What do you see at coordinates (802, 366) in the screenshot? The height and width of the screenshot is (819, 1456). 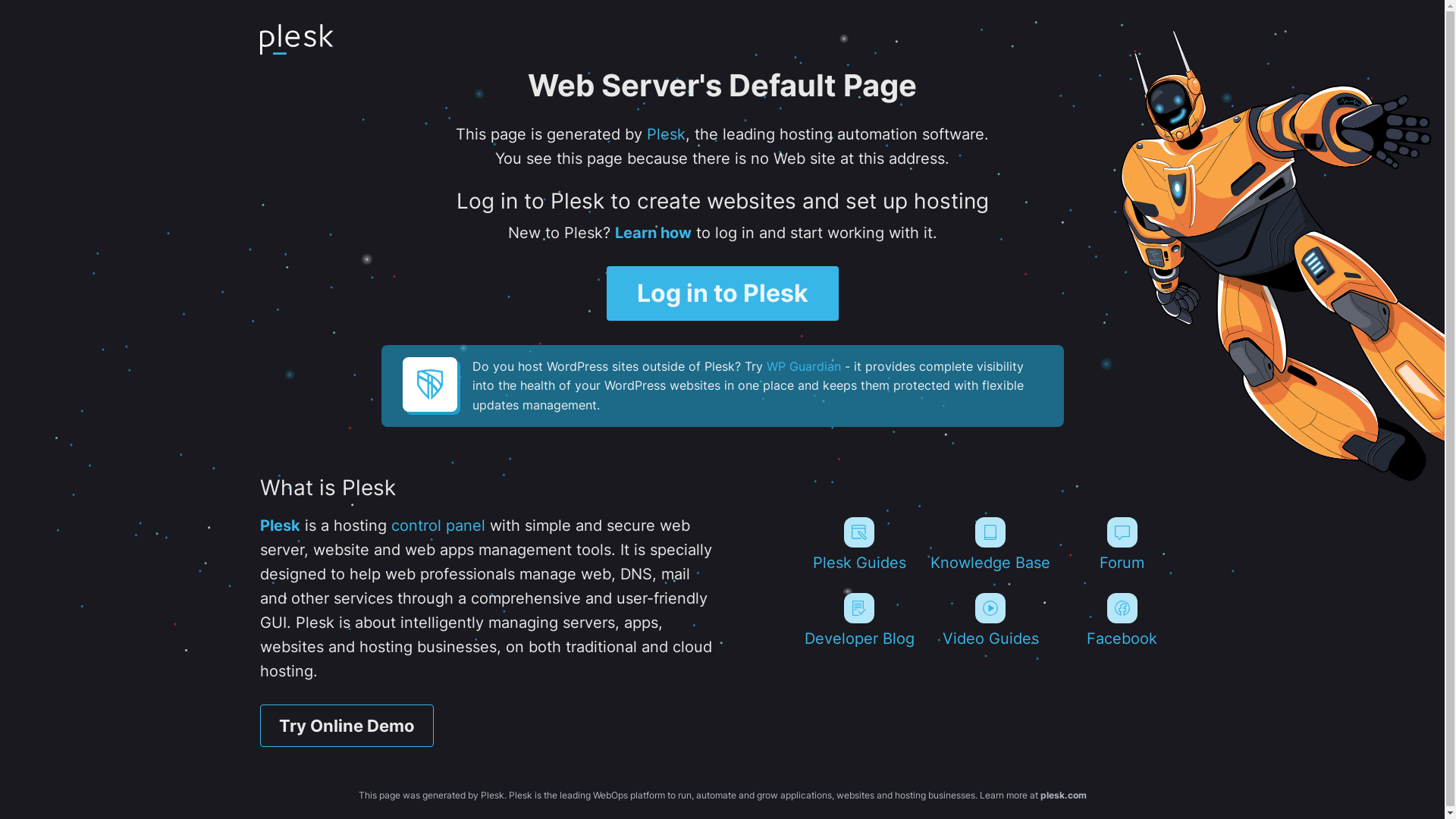 I see `'WP Guardian'` at bounding box center [802, 366].